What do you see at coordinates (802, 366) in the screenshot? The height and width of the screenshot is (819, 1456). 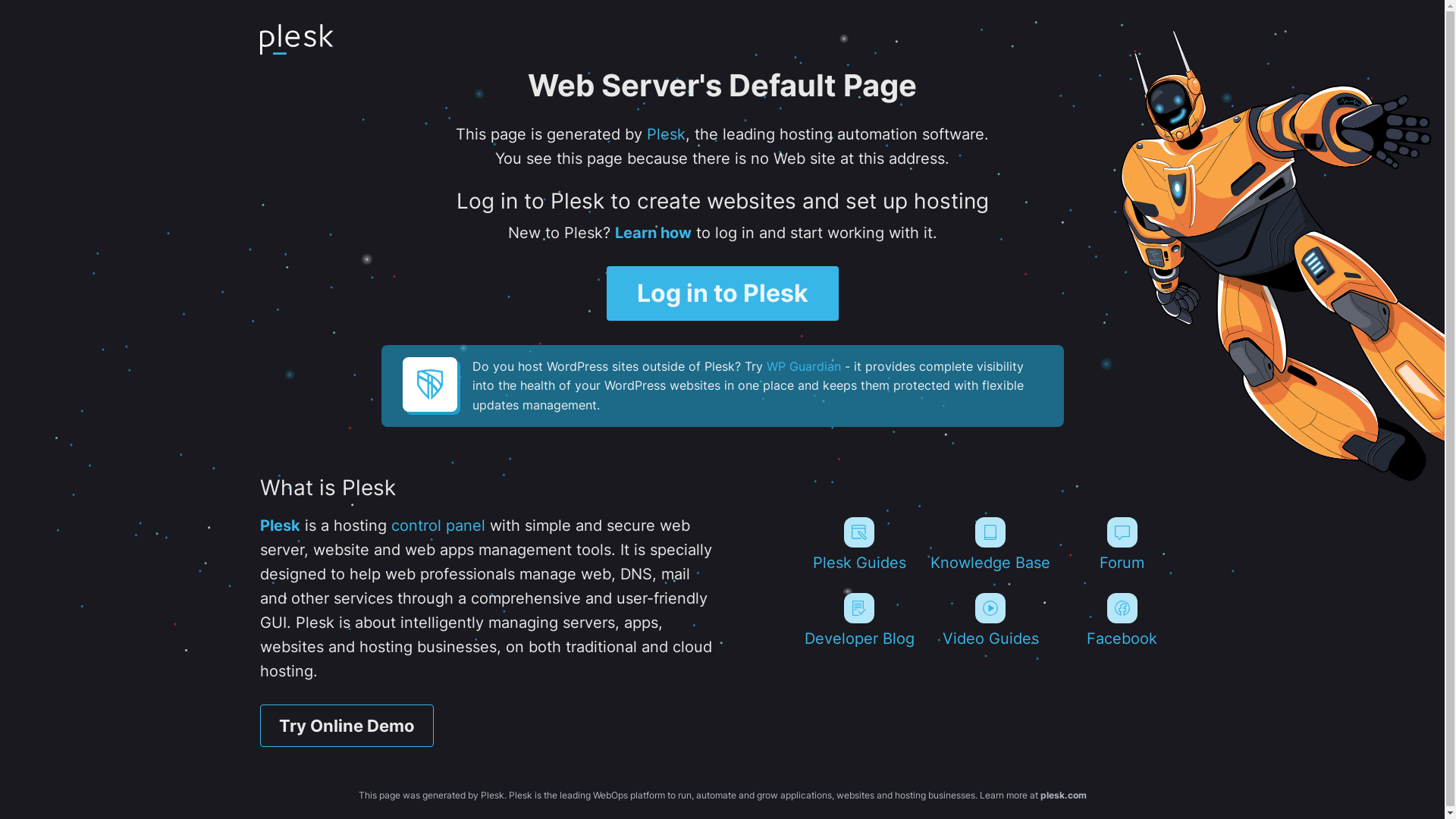 I see `'WP Guardian'` at bounding box center [802, 366].